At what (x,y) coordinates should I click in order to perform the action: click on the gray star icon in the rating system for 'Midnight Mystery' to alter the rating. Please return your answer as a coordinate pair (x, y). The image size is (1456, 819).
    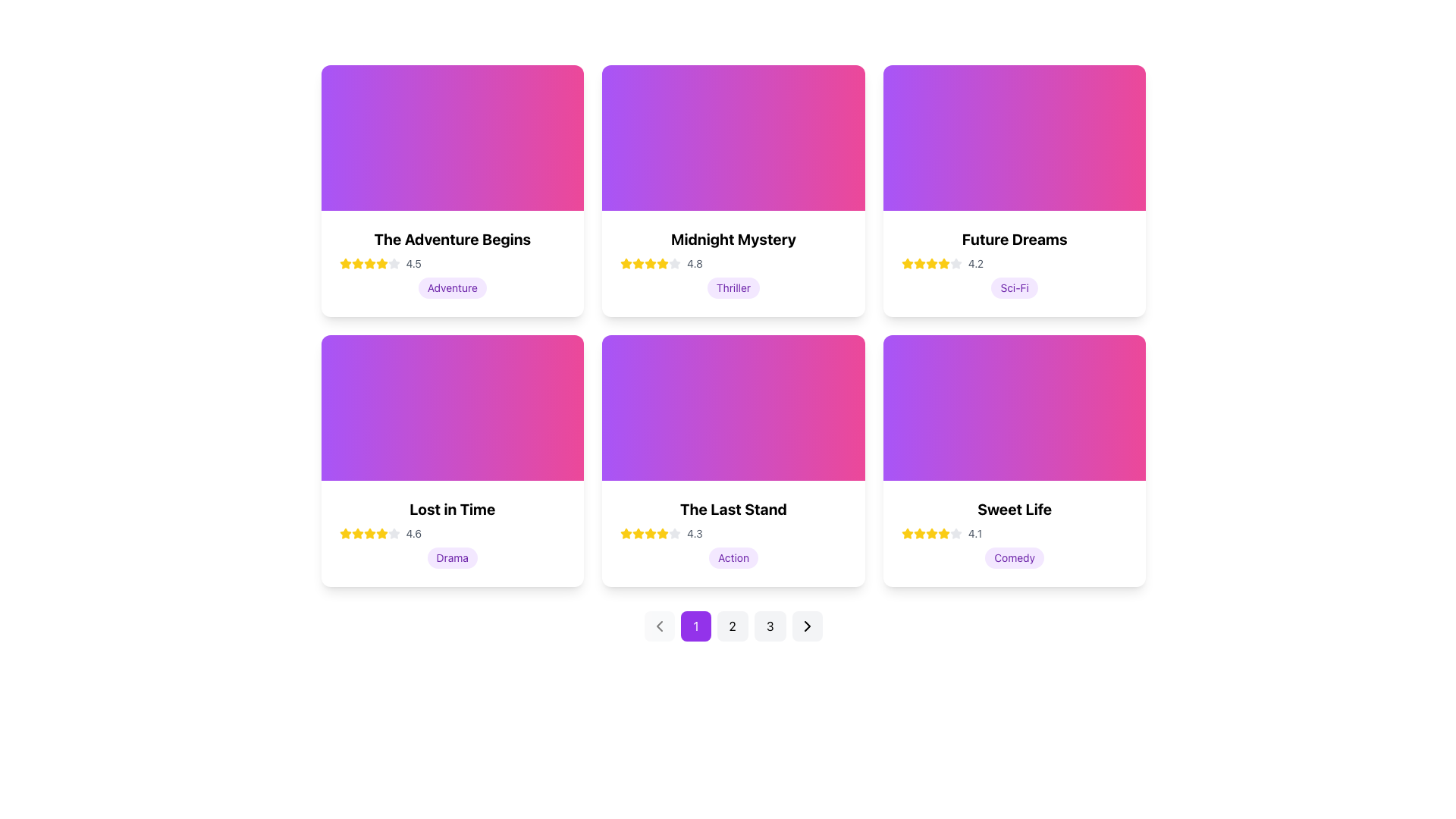
    Looking at the image, I should click on (674, 262).